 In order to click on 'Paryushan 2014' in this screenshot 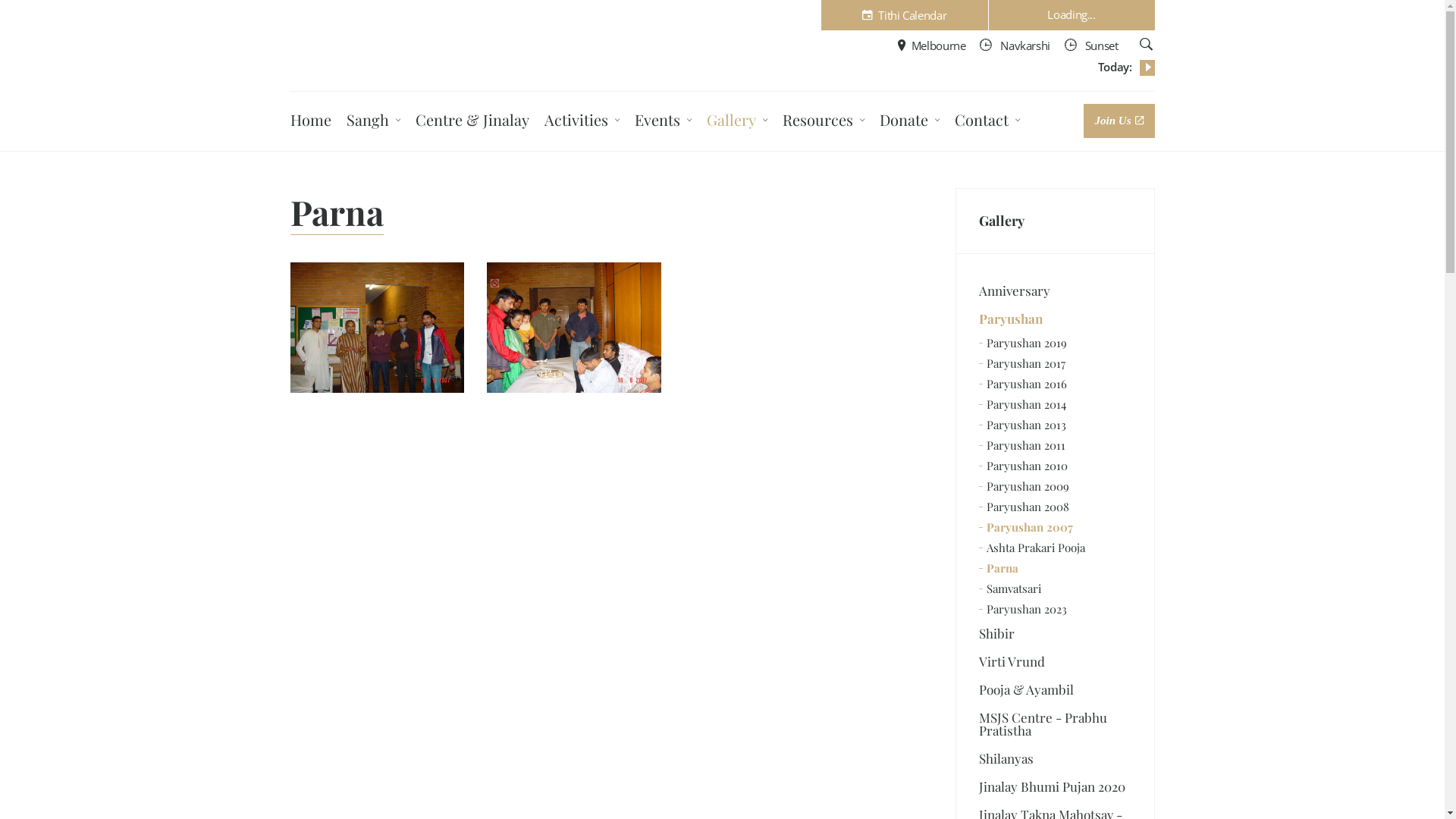, I will do `click(1054, 403)`.